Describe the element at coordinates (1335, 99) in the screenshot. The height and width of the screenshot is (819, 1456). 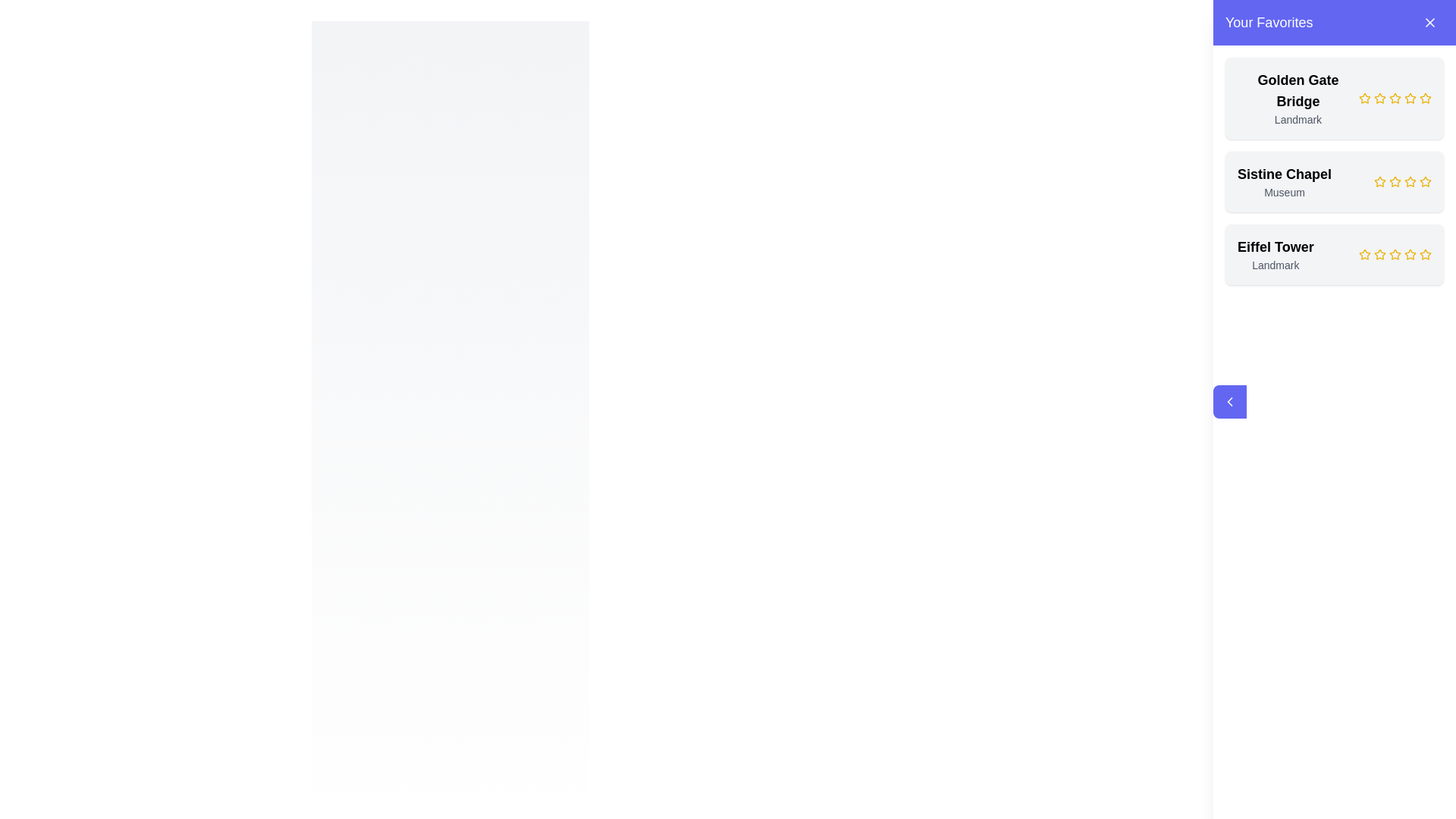
I see `the stars in the first card of the favorites list` at that location.